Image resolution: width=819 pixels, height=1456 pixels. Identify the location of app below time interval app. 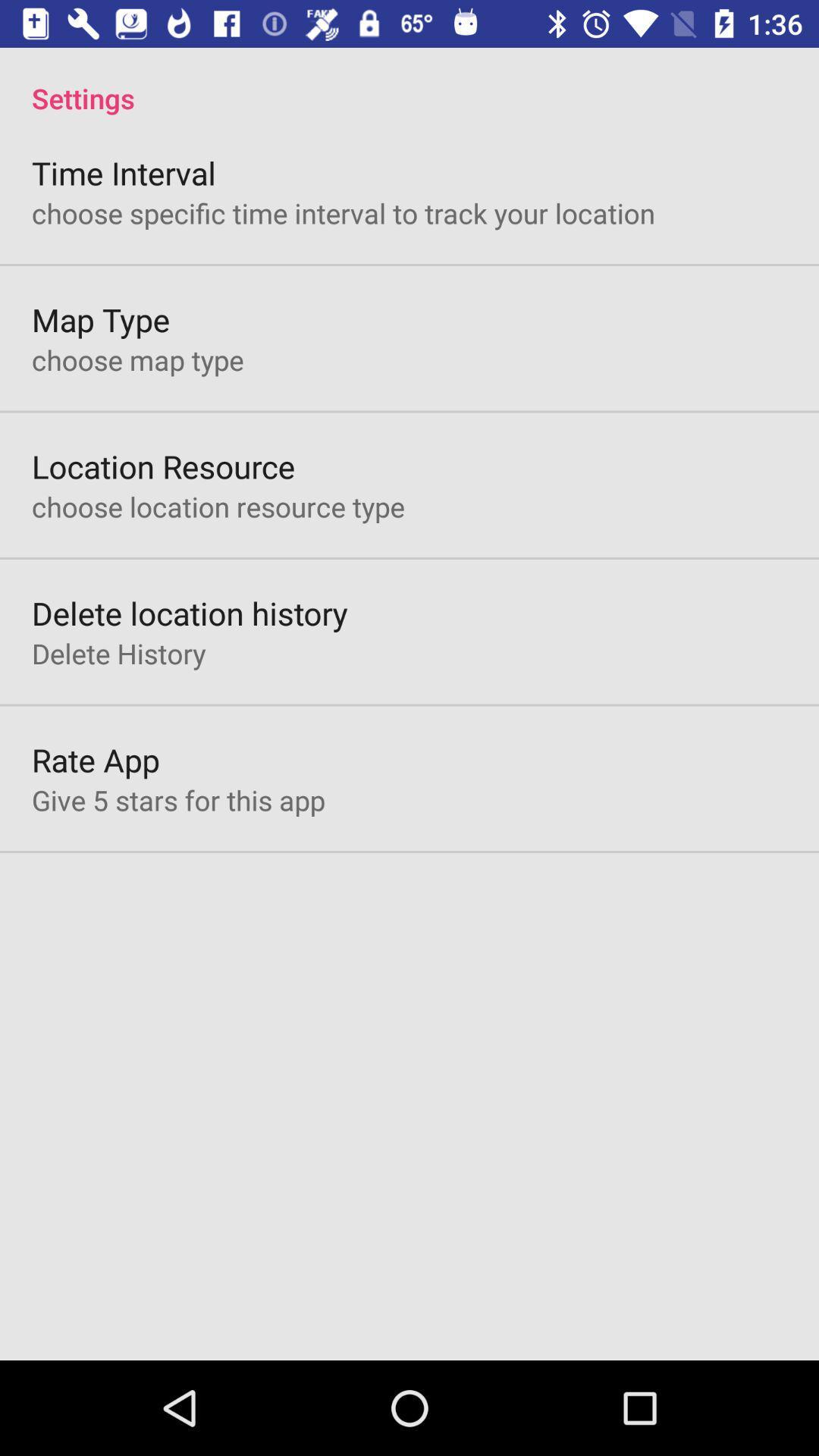
(343, 212).